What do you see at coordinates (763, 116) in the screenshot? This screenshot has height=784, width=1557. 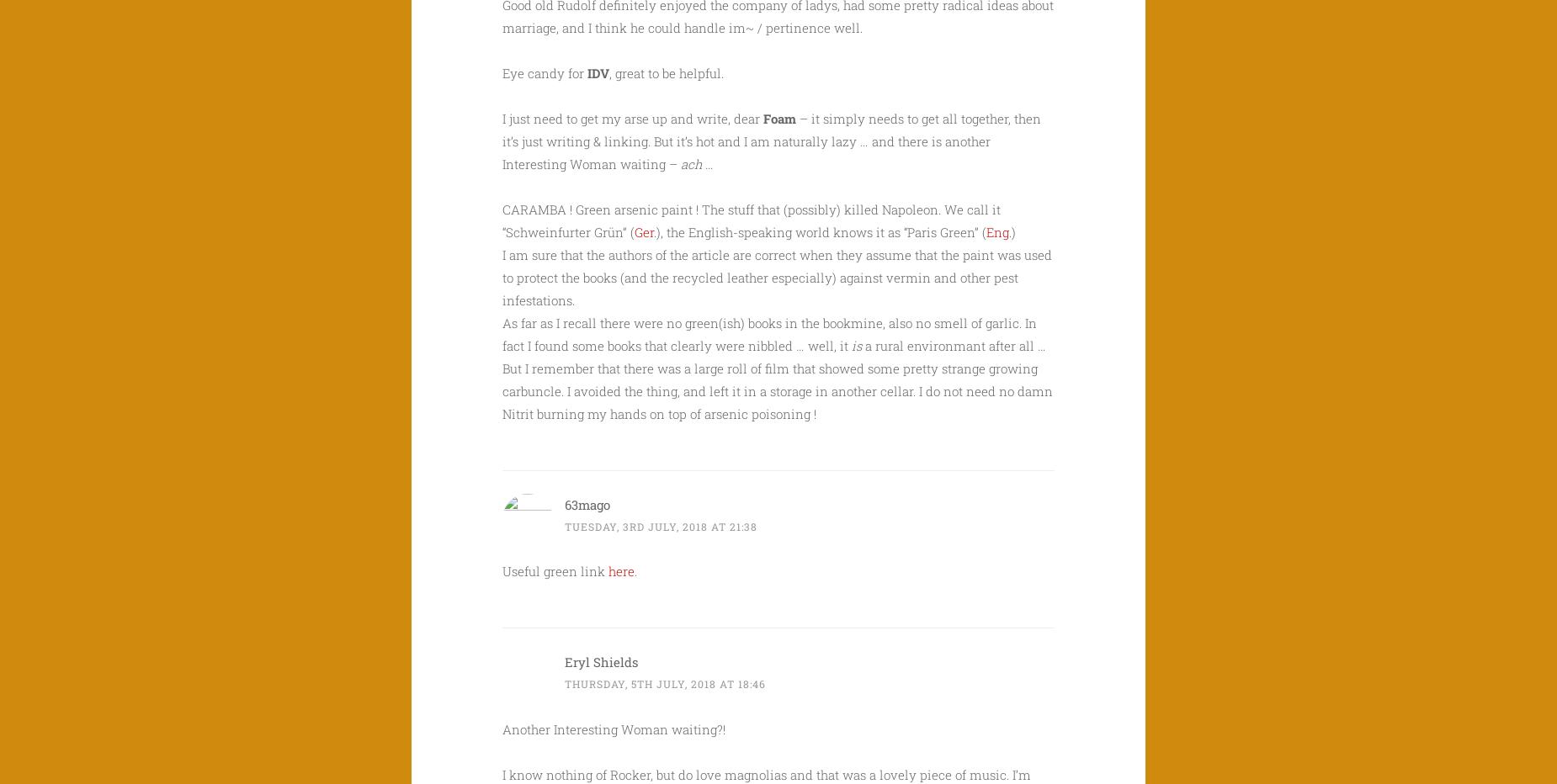 I see `'Foam'` at bounding box center [763, 116].